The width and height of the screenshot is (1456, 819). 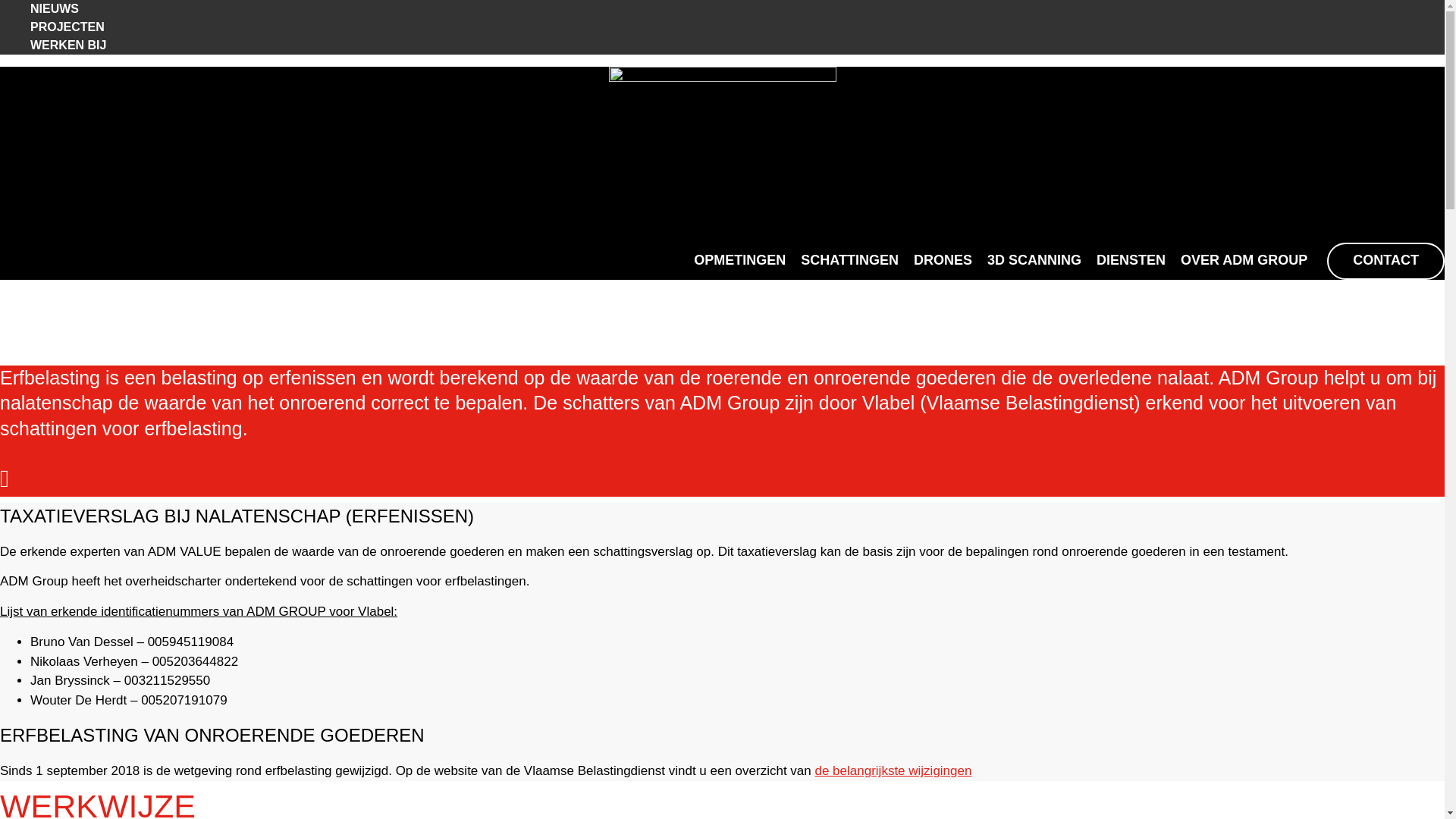 What do you see at coordinates (30, 44) in the screenshot?
I see `'WERKEN BIJ'` at bounding box center [30, 44].